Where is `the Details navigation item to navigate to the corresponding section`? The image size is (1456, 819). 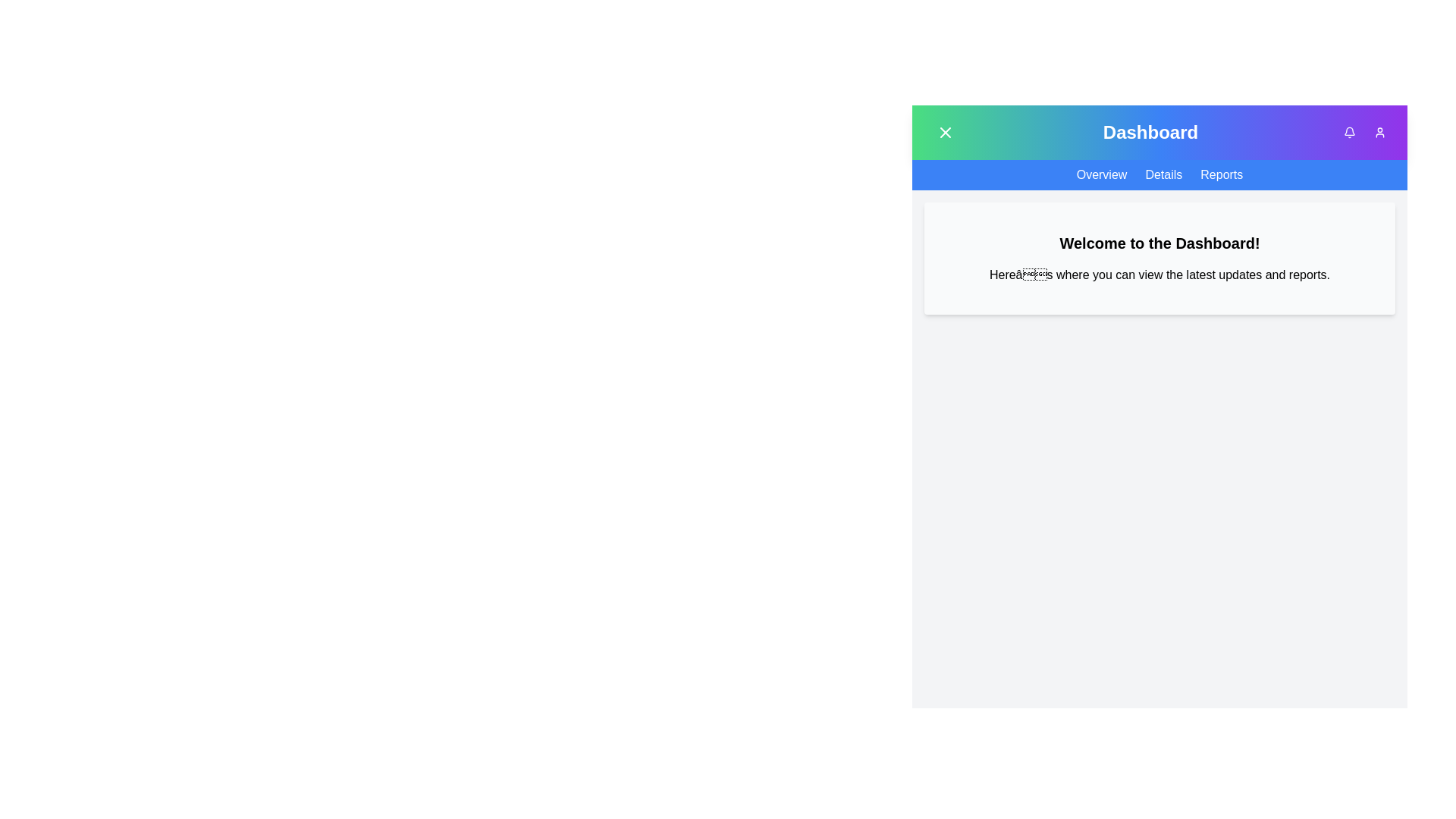
the Details navigation item to navigate to the corresponding section is located at coordinates (1163, 174).